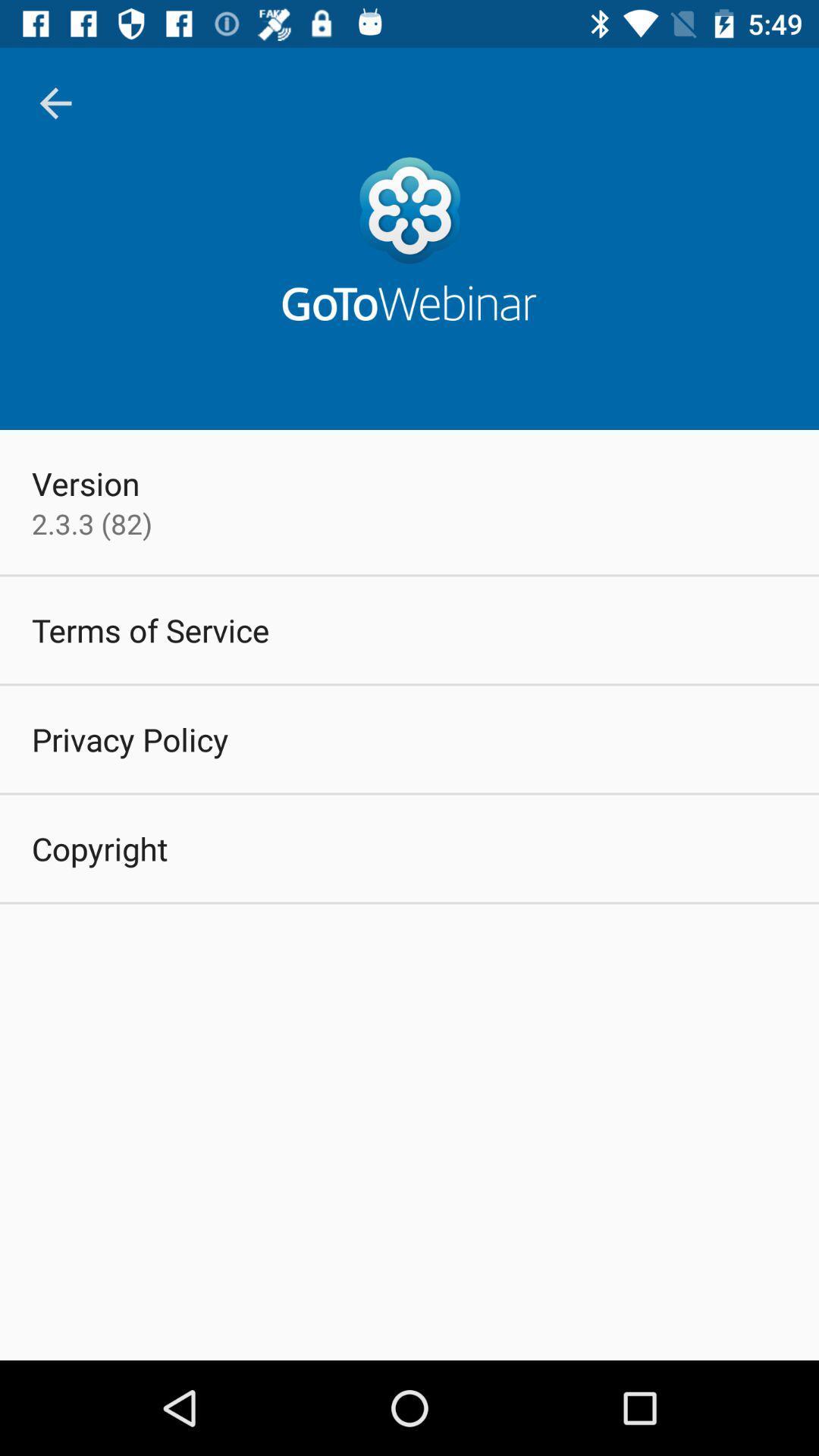 The width and height of the screenshot is (819, 1456). Describe the element at coordinates (129, 739) in the screenshot. I see `the icon above the copyright item` at that location.